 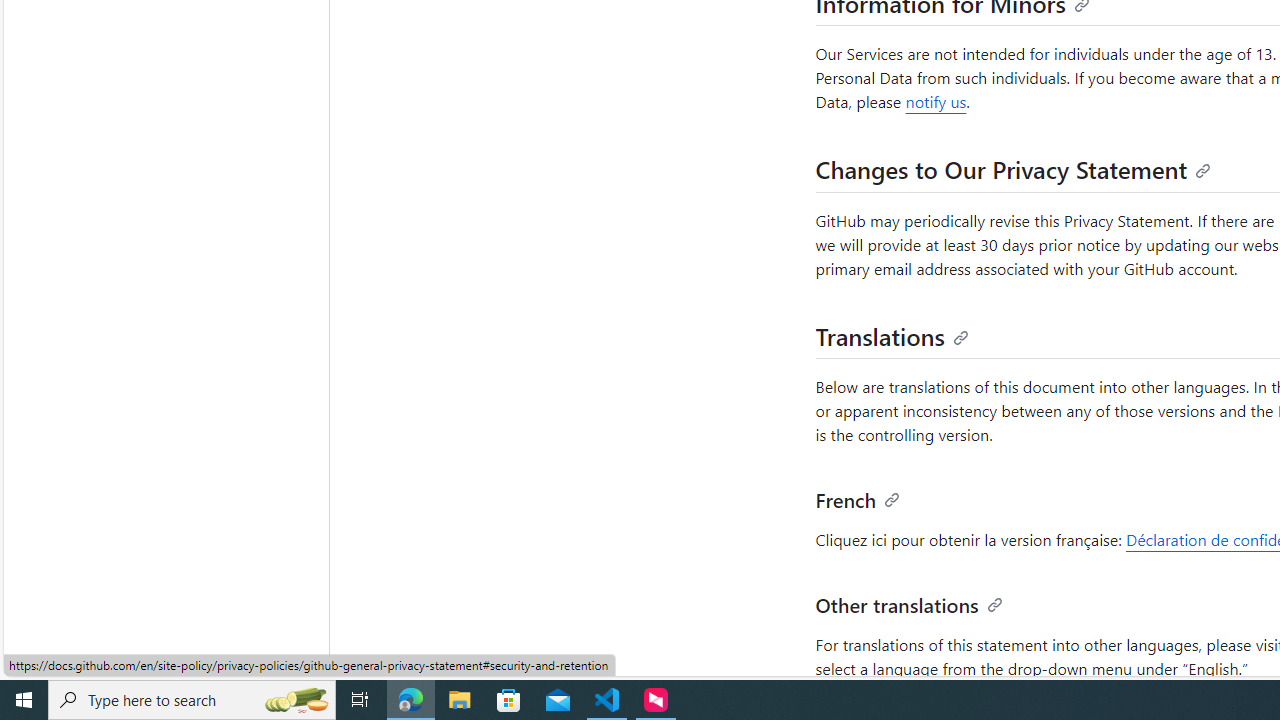 I want to click on 'French', so click(x=858, y=497).